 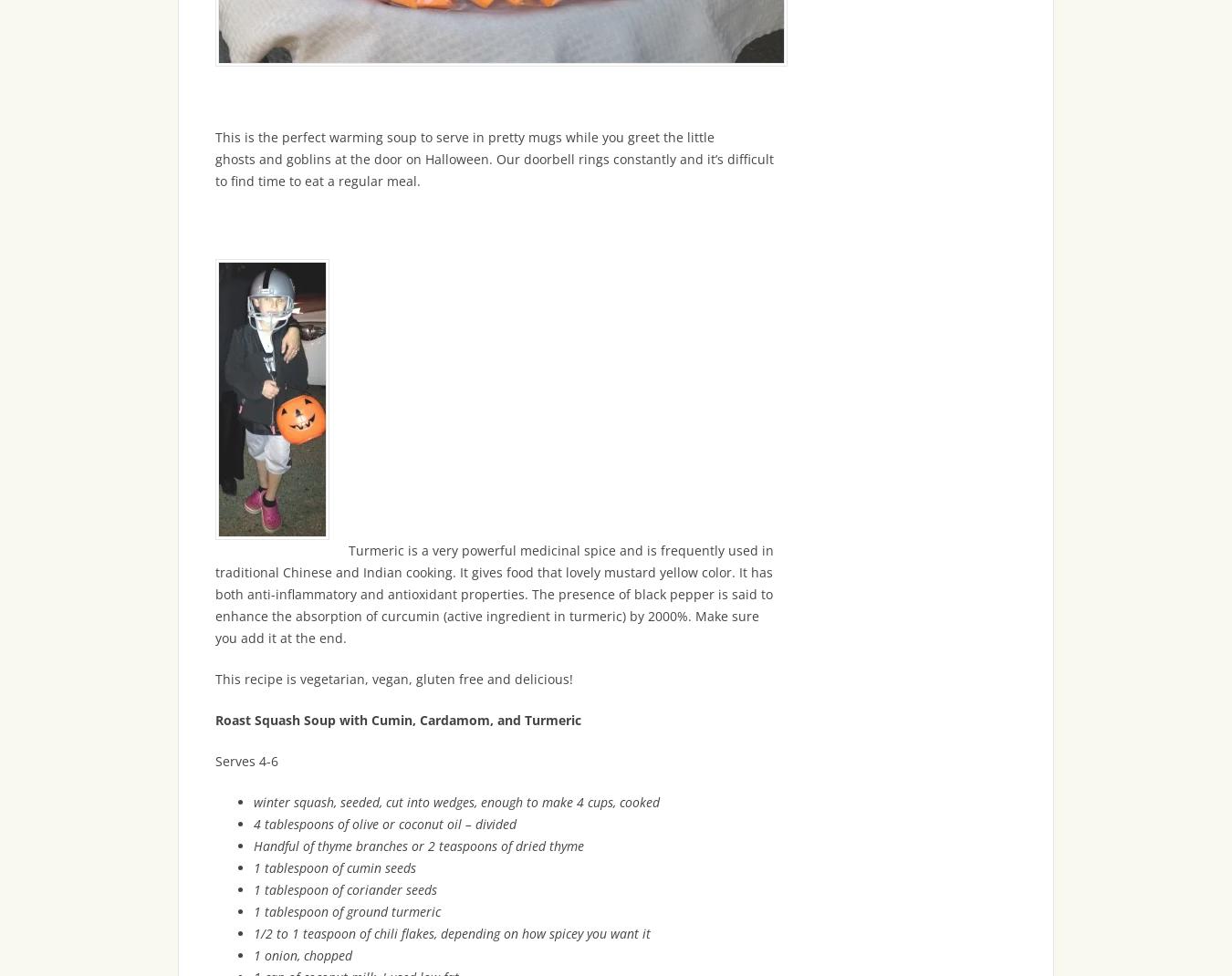 What do you see at coordinates (252, 888) in the screenshot?
I see `'1 tablespoon of coriander seeds'` at bounding box center [252, 888].